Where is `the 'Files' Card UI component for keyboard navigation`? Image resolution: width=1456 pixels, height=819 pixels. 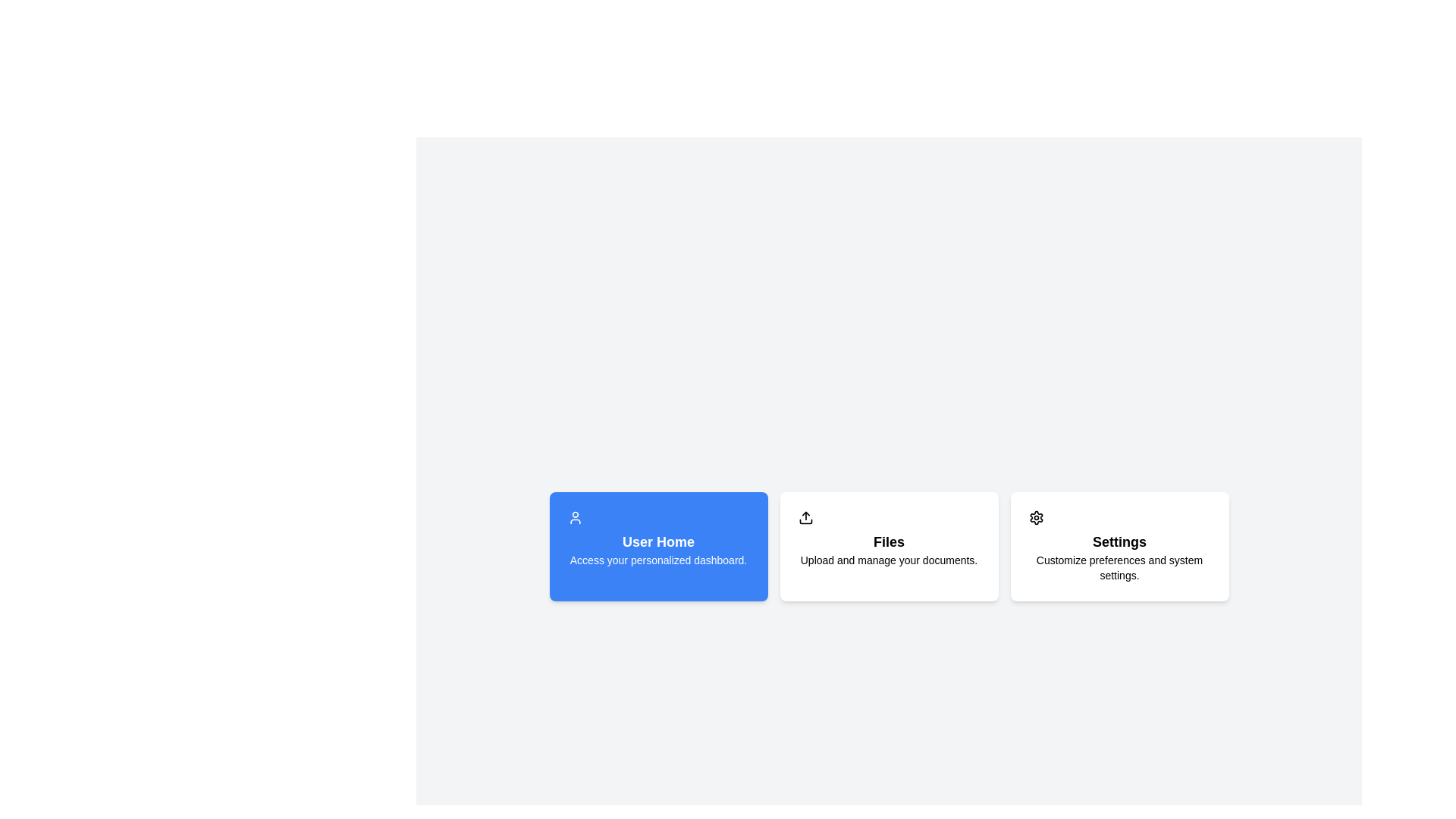 the 'Files' Card UI component for keyboard navigation is located at coordinates (889, 547).